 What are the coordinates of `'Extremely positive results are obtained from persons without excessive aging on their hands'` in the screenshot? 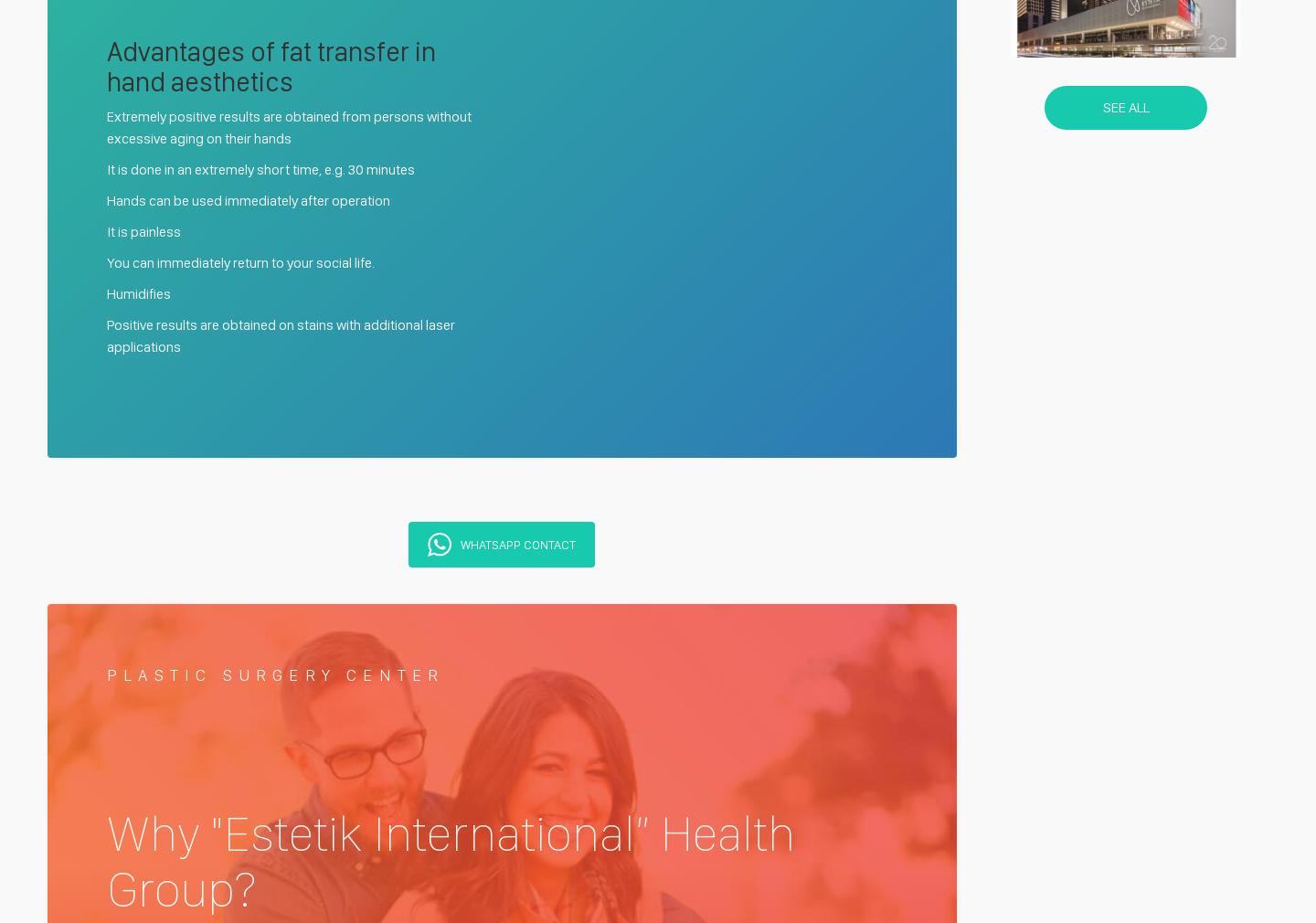 It's located at (289, 126).